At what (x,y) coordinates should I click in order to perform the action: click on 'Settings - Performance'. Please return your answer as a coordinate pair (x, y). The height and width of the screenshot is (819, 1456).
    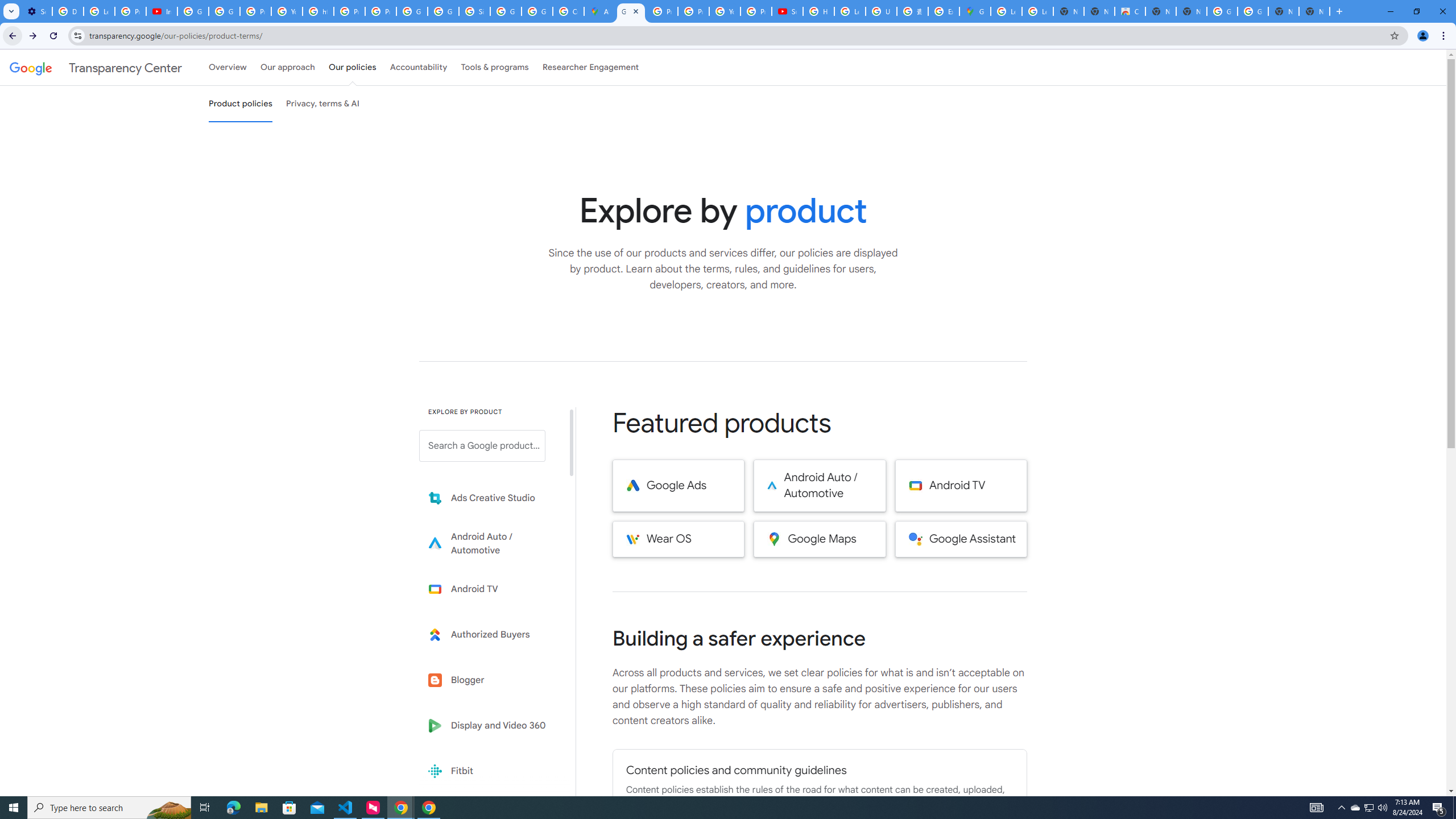
    Looking at the image, I should click on (36, 11).